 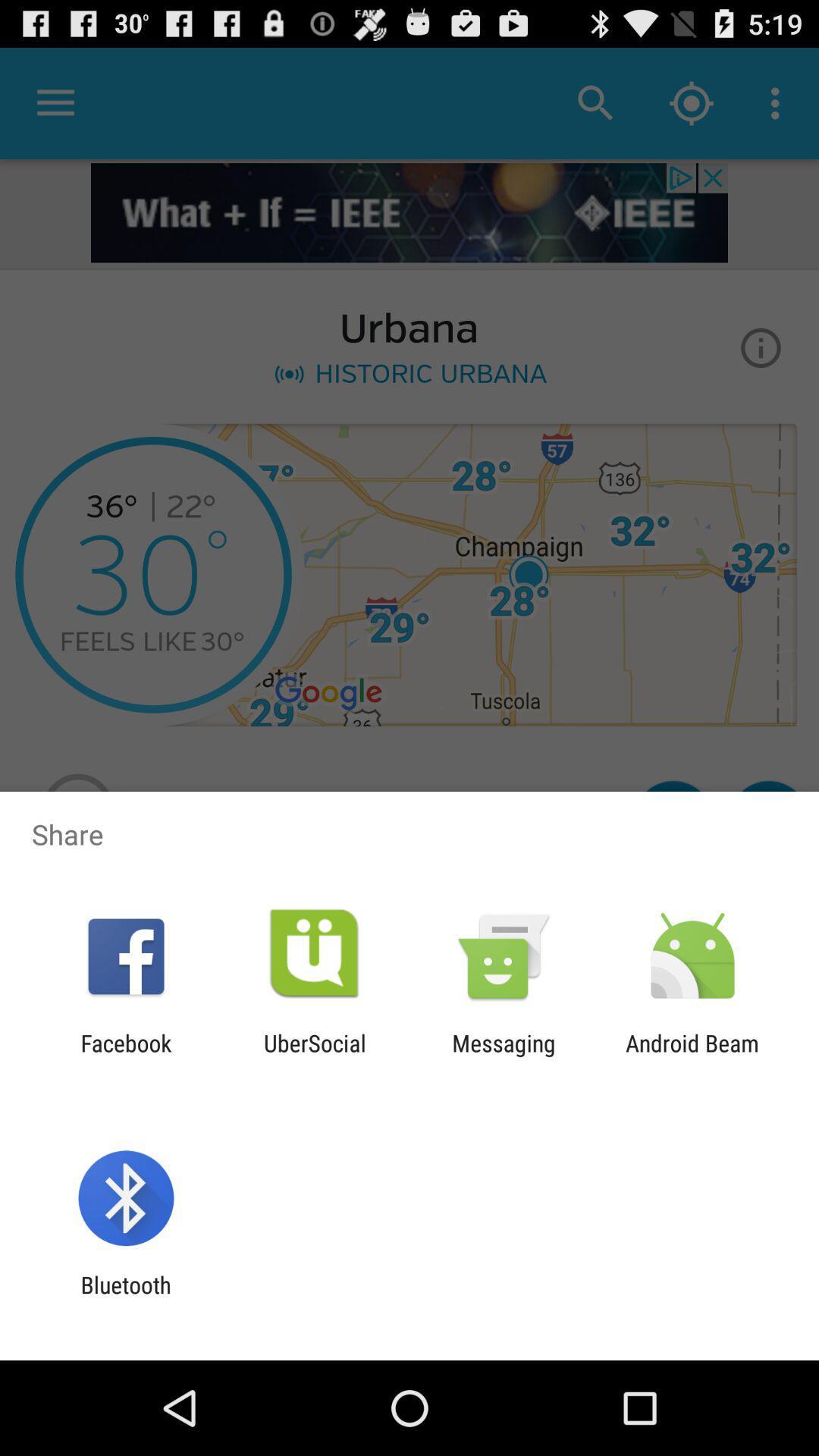 What do you see at coordinates (504, 1056) in the screenshot?
I see `the icon to the left of android beam item` at bounding box center [504, 1056].